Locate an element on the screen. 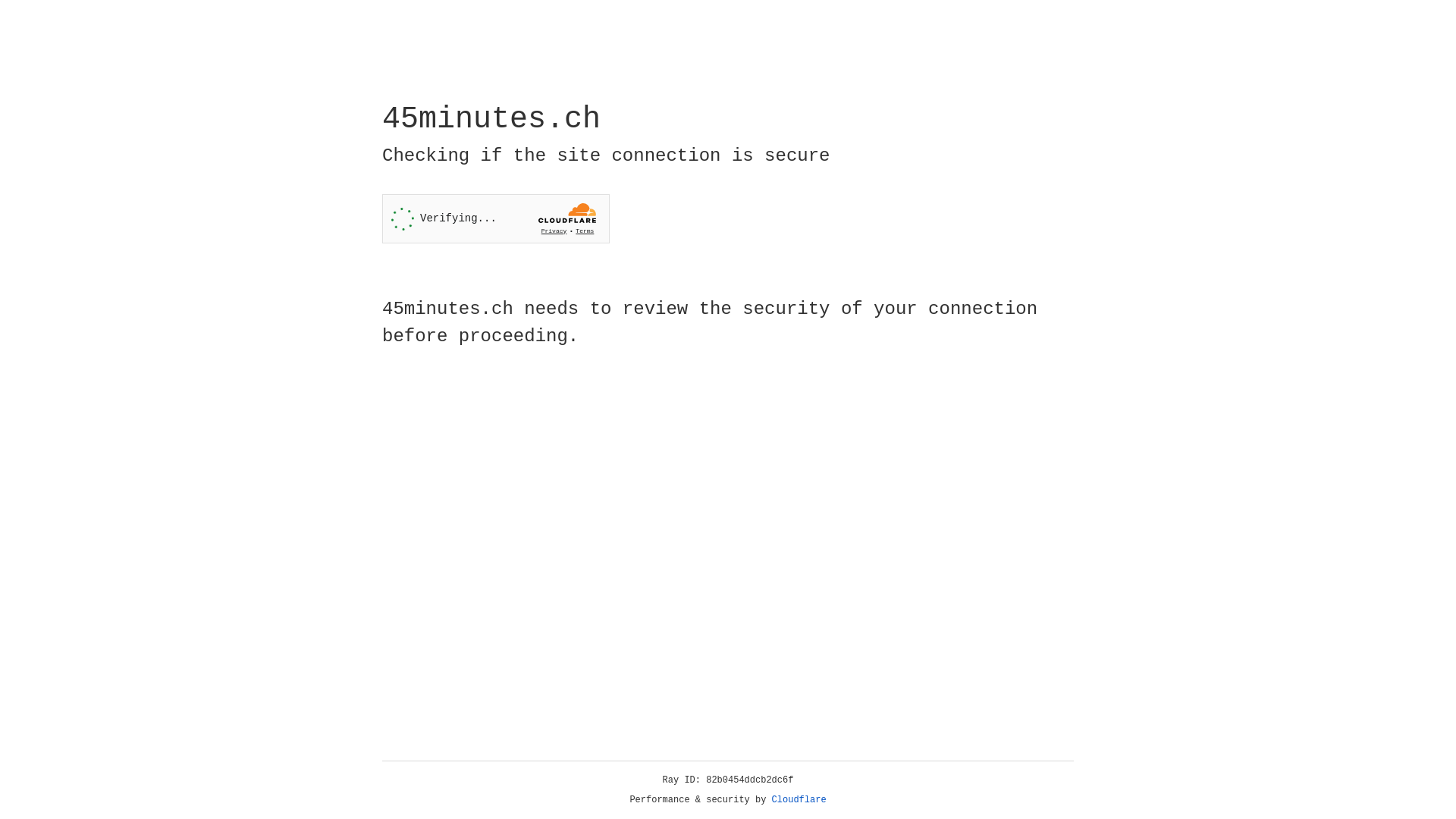  'Widget containing a Cloudflare security challenge' is located at coordinates (495, 218).